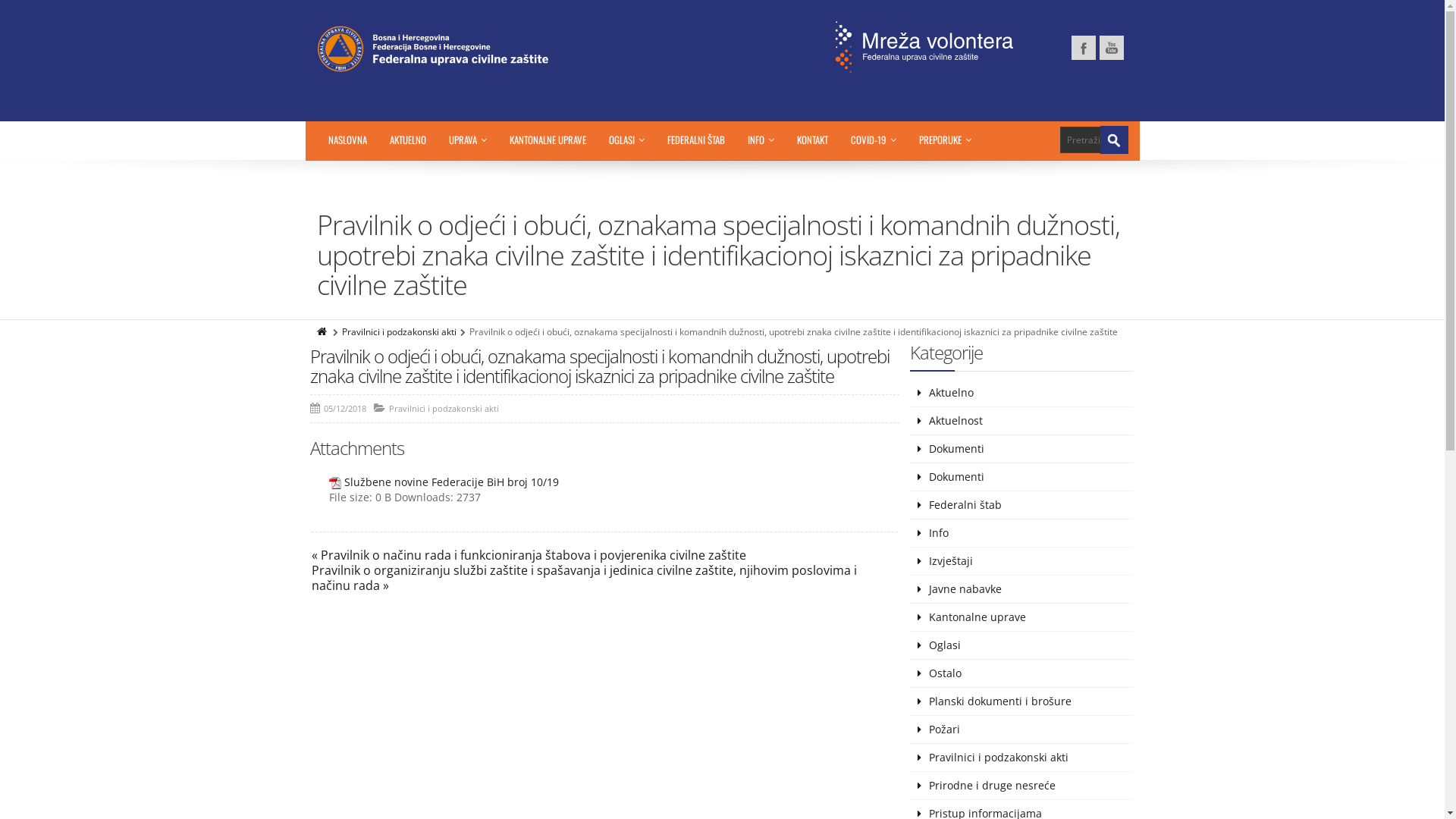 The width and height of the screenshot is (1456, 819). What do you see at coordinates (347, 140) in the screenshot?
I see `'NASLOVNA'` at bounding box center [347, 140].